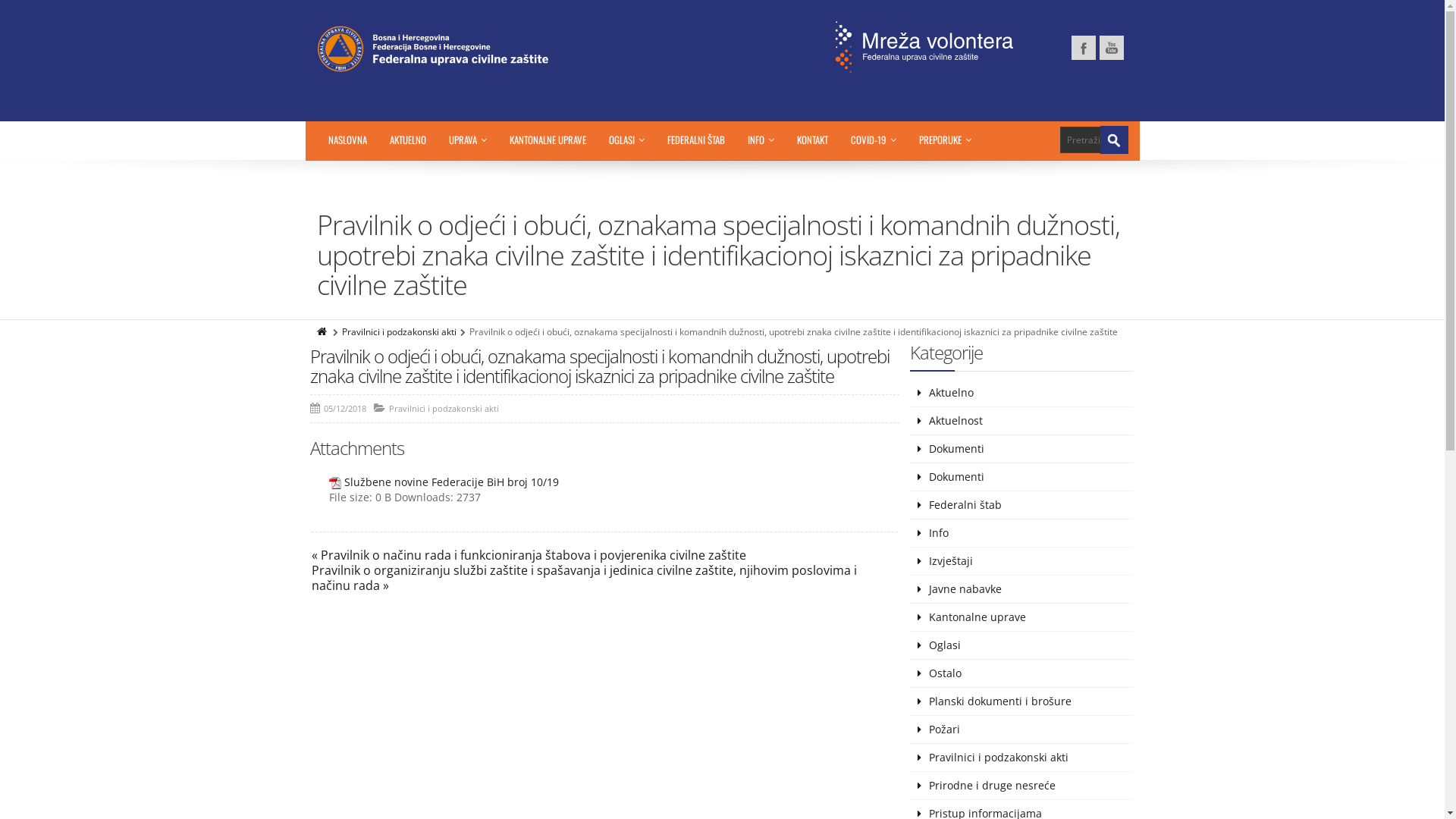 The width and height of the screenshot is (1456, 819). What do you see at coordinates (347, 140) in the screenshot?
I see `'NASLOVNA'` at bounding box center [347, 140].